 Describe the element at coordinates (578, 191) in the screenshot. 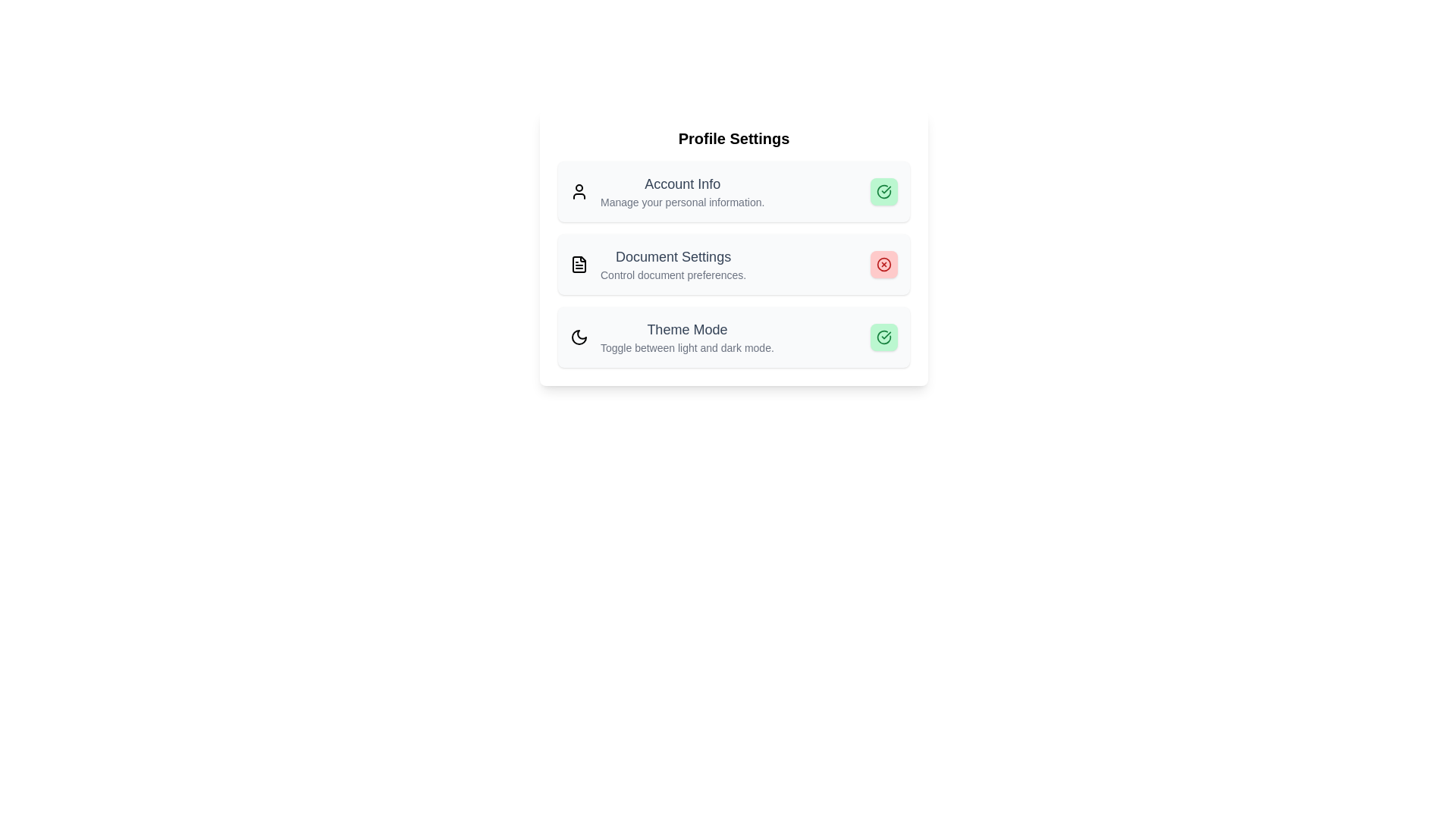

I see `the icon associated with the setting Account Info` at that location.